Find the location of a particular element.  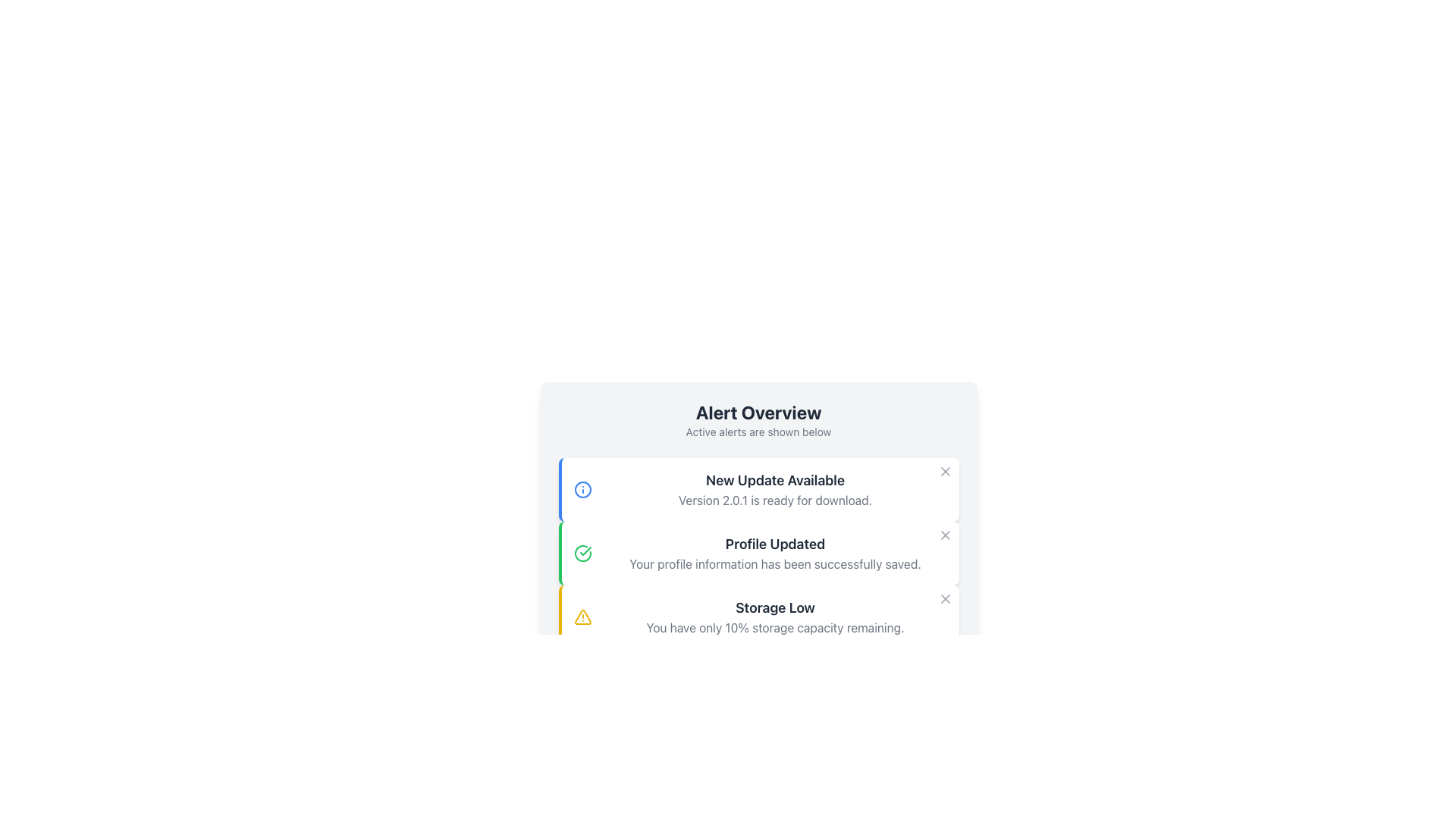

static text header displaying 'New Update Available' in bold, large-sized font located at the top of the notification card is located at coordinates (775, 480).